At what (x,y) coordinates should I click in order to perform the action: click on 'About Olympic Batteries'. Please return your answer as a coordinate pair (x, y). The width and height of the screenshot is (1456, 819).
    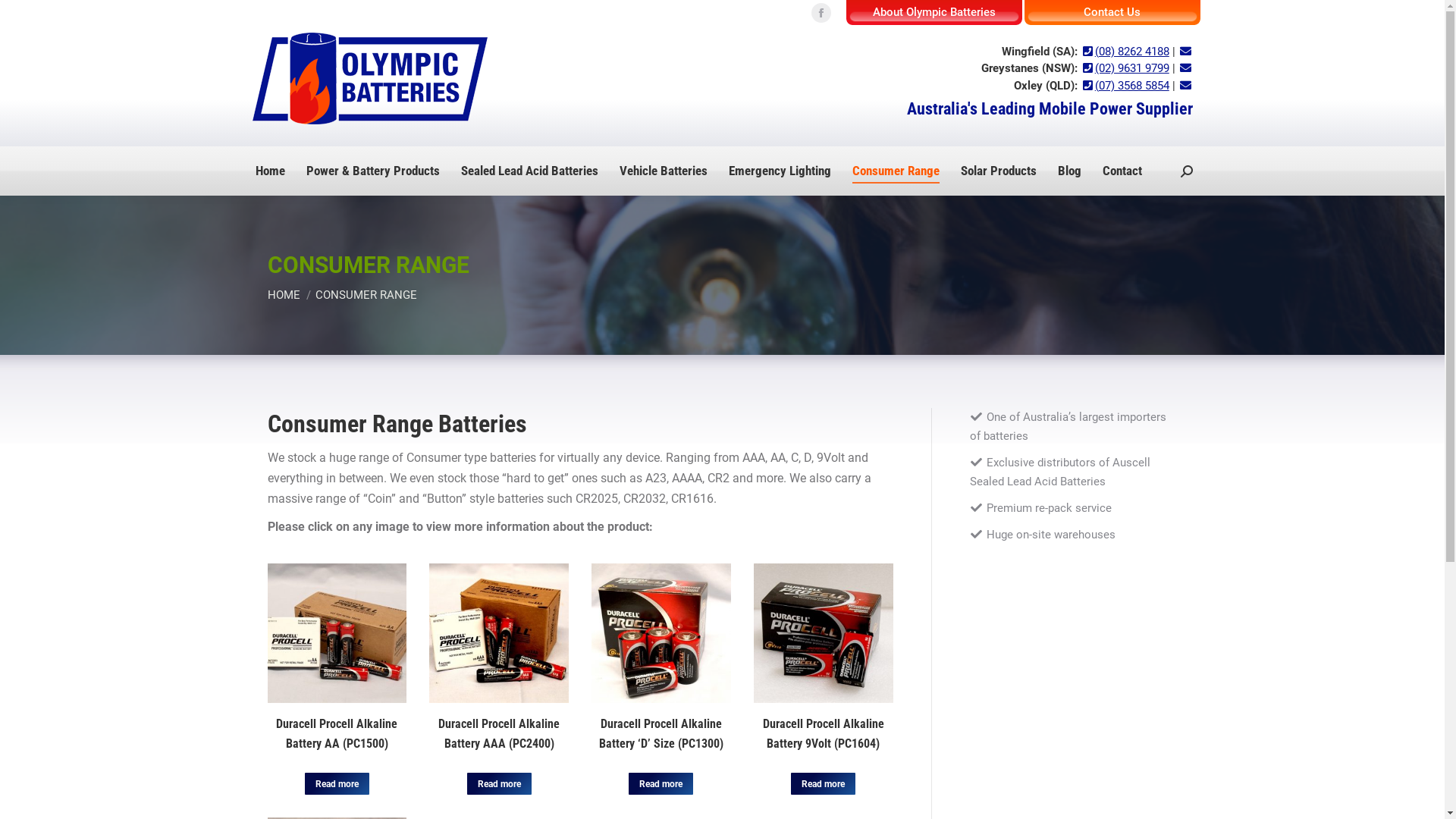
    Looking at the image, I should click on (934, 12).